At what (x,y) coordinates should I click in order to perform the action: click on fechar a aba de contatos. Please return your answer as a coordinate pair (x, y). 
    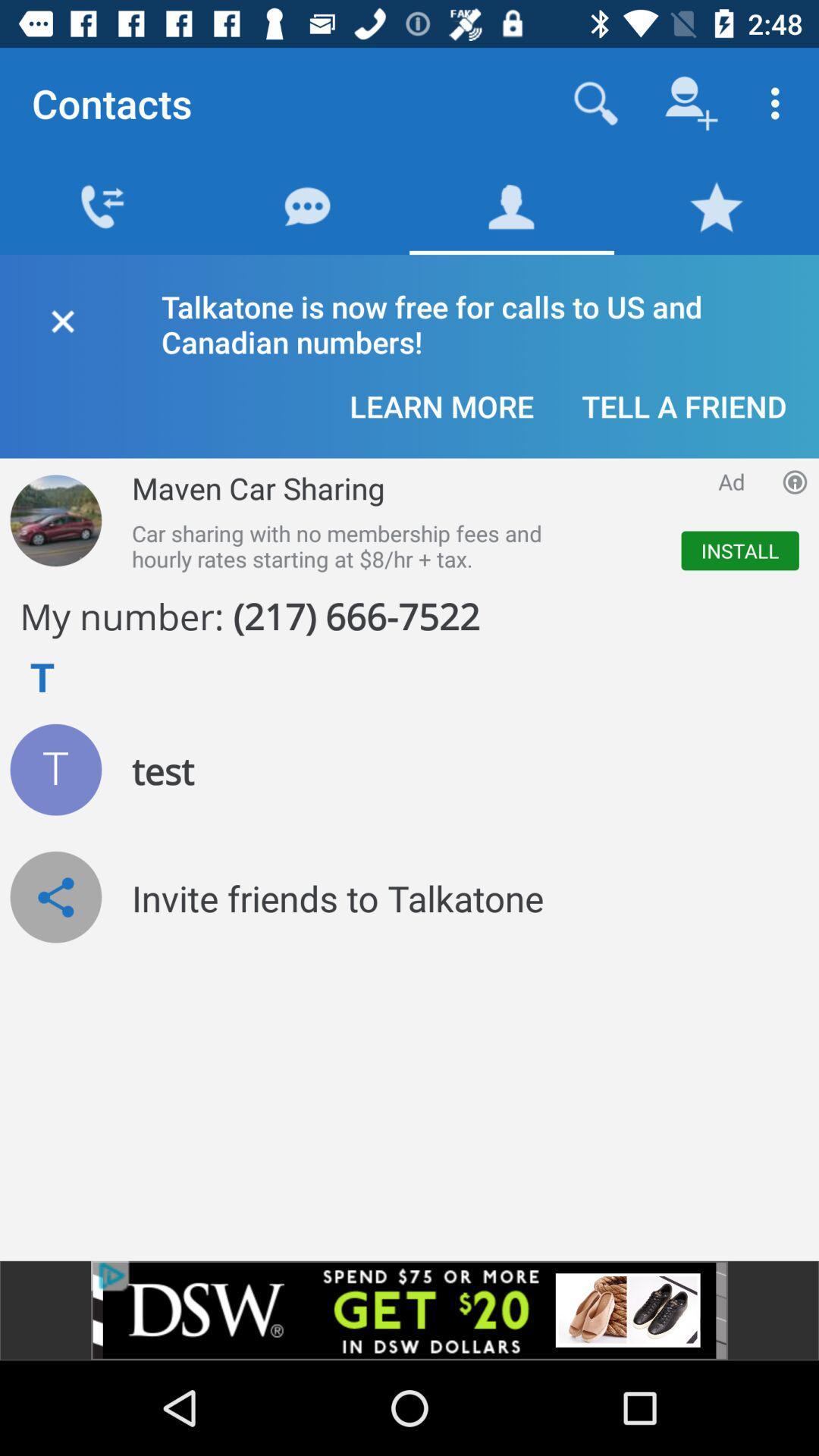
    Looking at the image, I should click on (61, 318).